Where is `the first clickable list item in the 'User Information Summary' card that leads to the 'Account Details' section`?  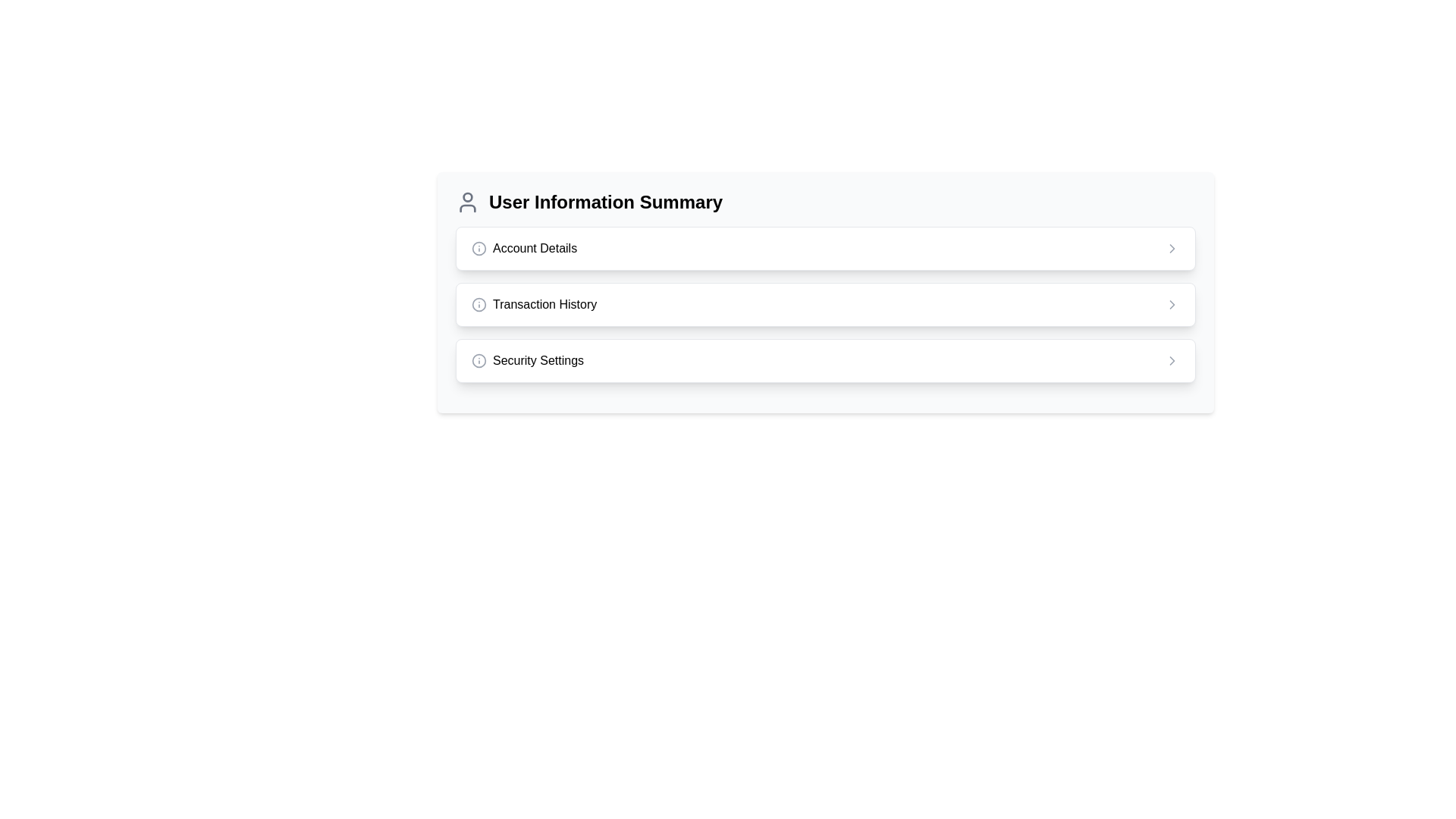 the first clickable list item in the 'User Information Summary' card that leads to the 'Account Details' section is located at coordinates (825, 247).